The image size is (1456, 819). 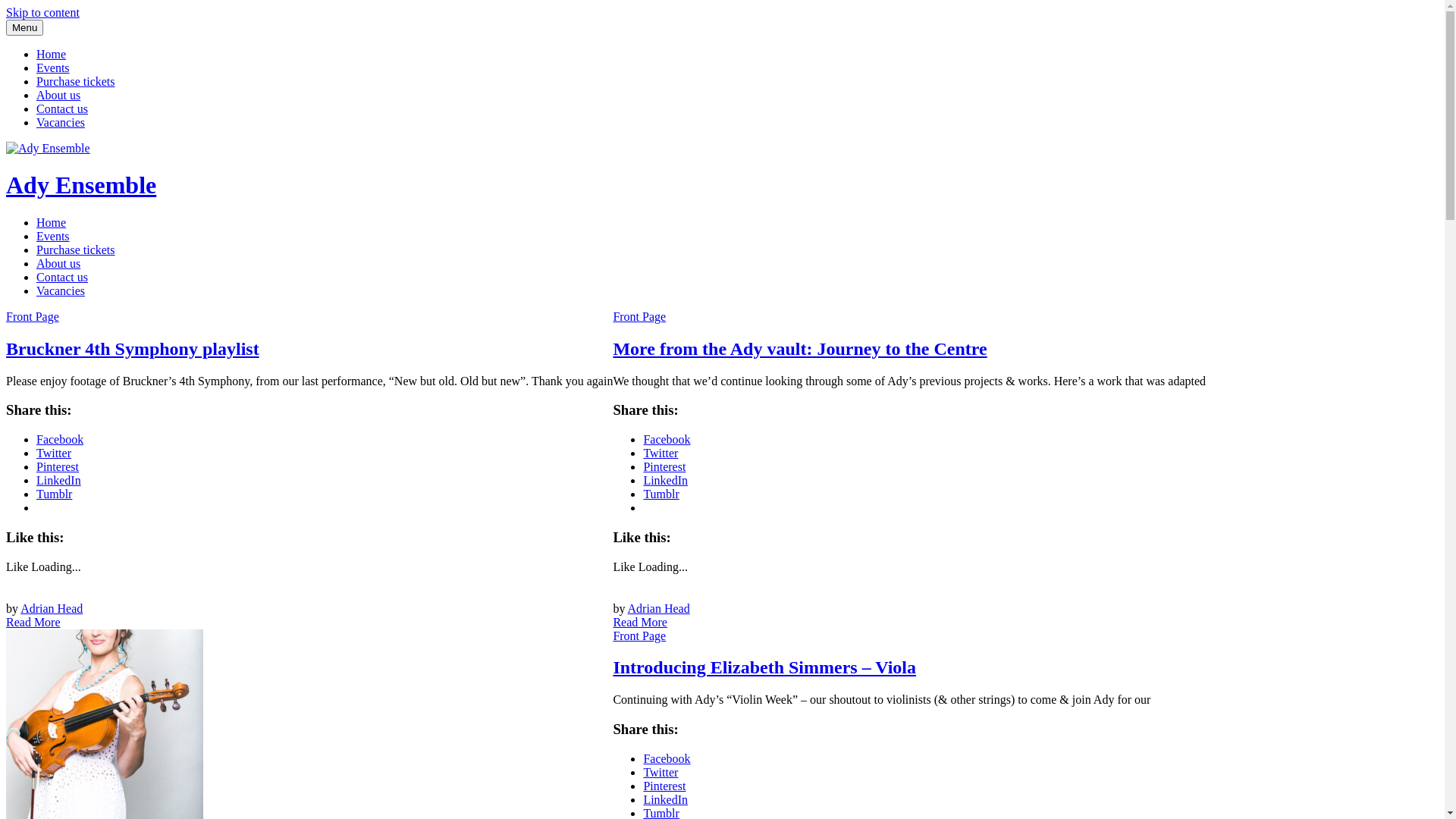 I want to click on 'Twitter', so click(x=660, y=772).